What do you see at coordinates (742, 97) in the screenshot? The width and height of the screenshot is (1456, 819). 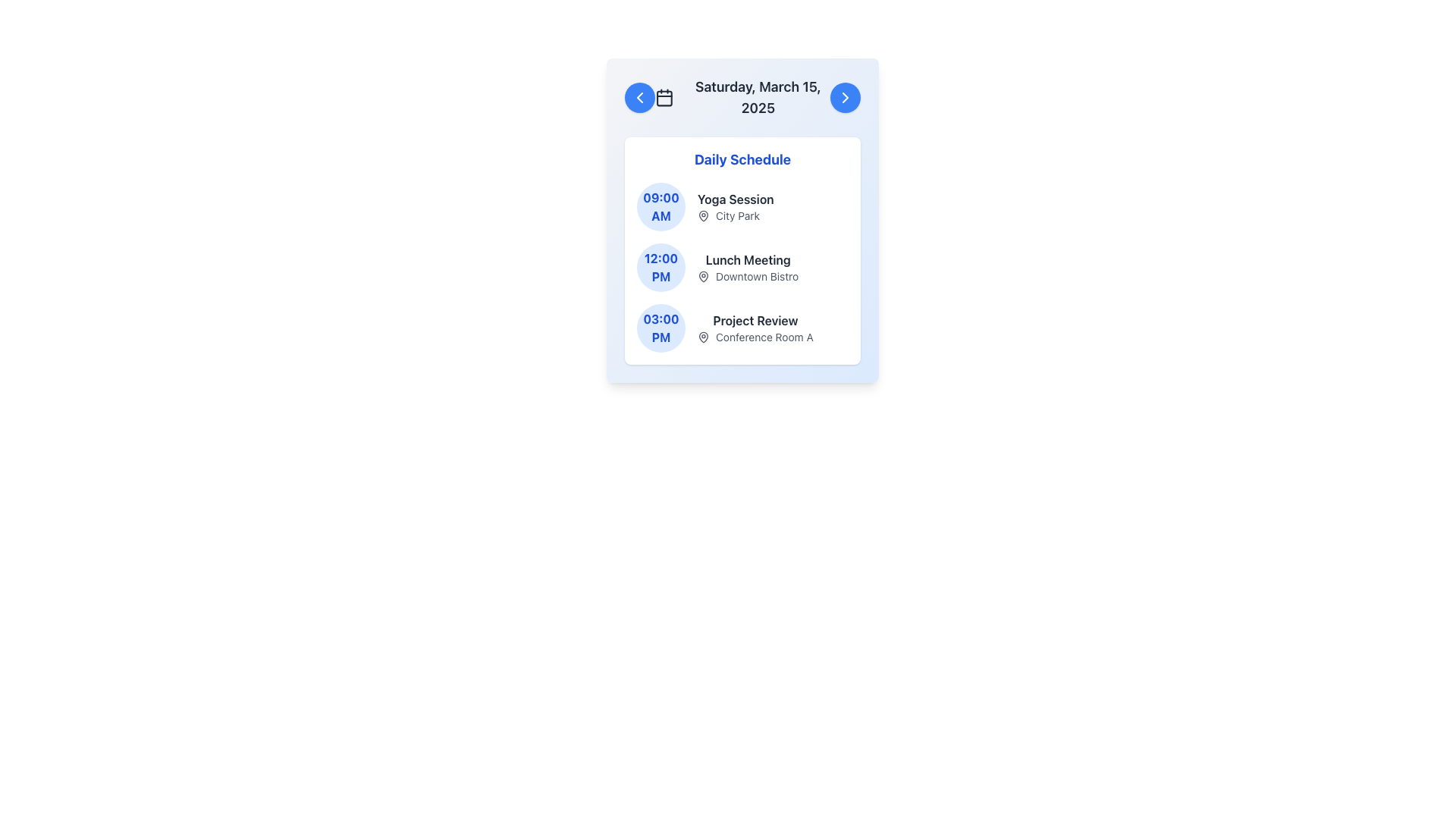 I see `the Text Label with Icon that displays the currently selected date, which is centrally located between the left and right arrow buttons` at bounding box center [742, 97].